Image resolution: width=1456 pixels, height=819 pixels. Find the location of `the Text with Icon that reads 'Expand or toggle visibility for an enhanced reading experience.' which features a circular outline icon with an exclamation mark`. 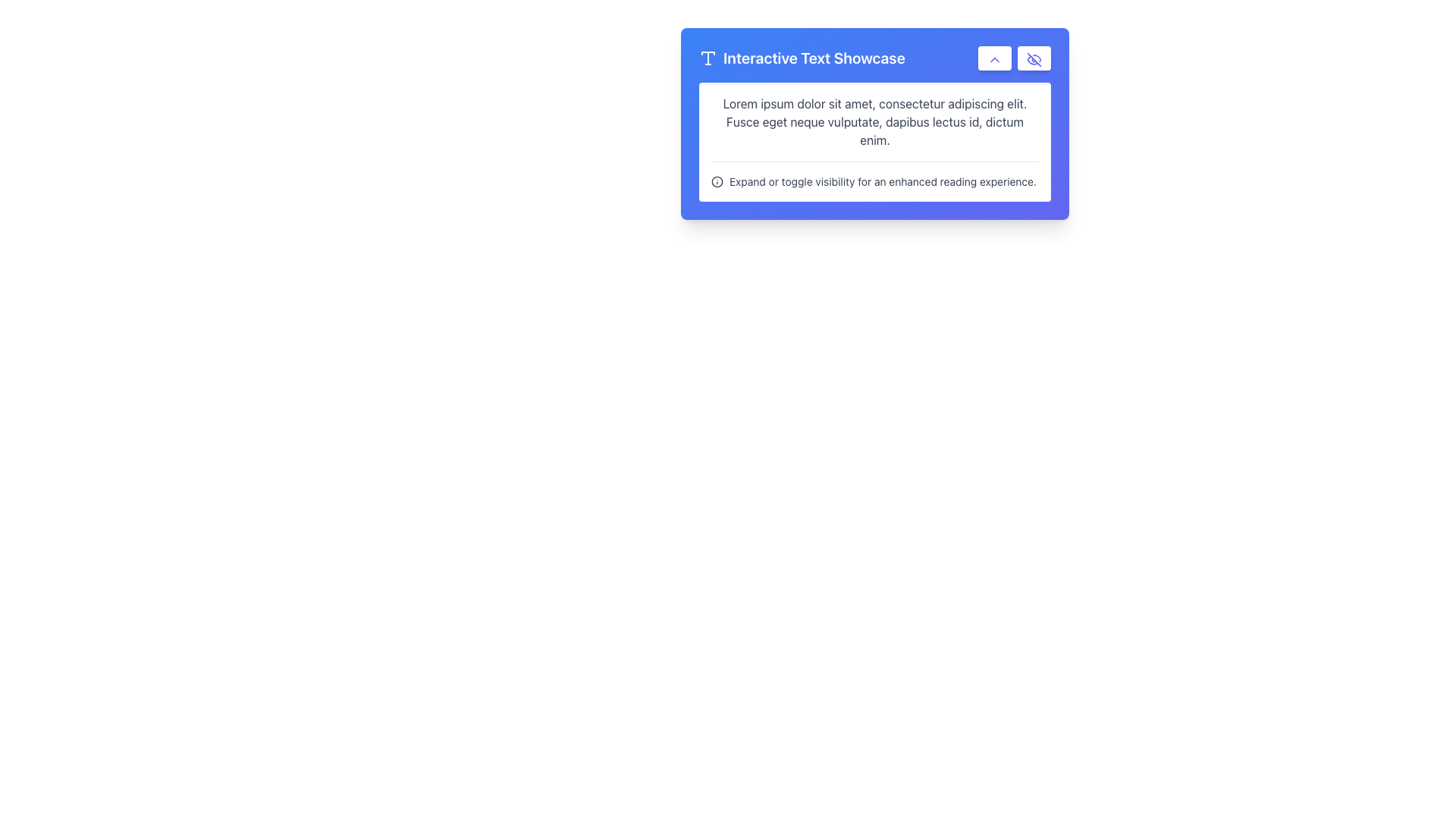

the Text with Icon that reads 'Expand or toggle visibility for an enhanced reading experience.' which features a circular outline icon with an exclamation mark is located at coordinates (874, 174).